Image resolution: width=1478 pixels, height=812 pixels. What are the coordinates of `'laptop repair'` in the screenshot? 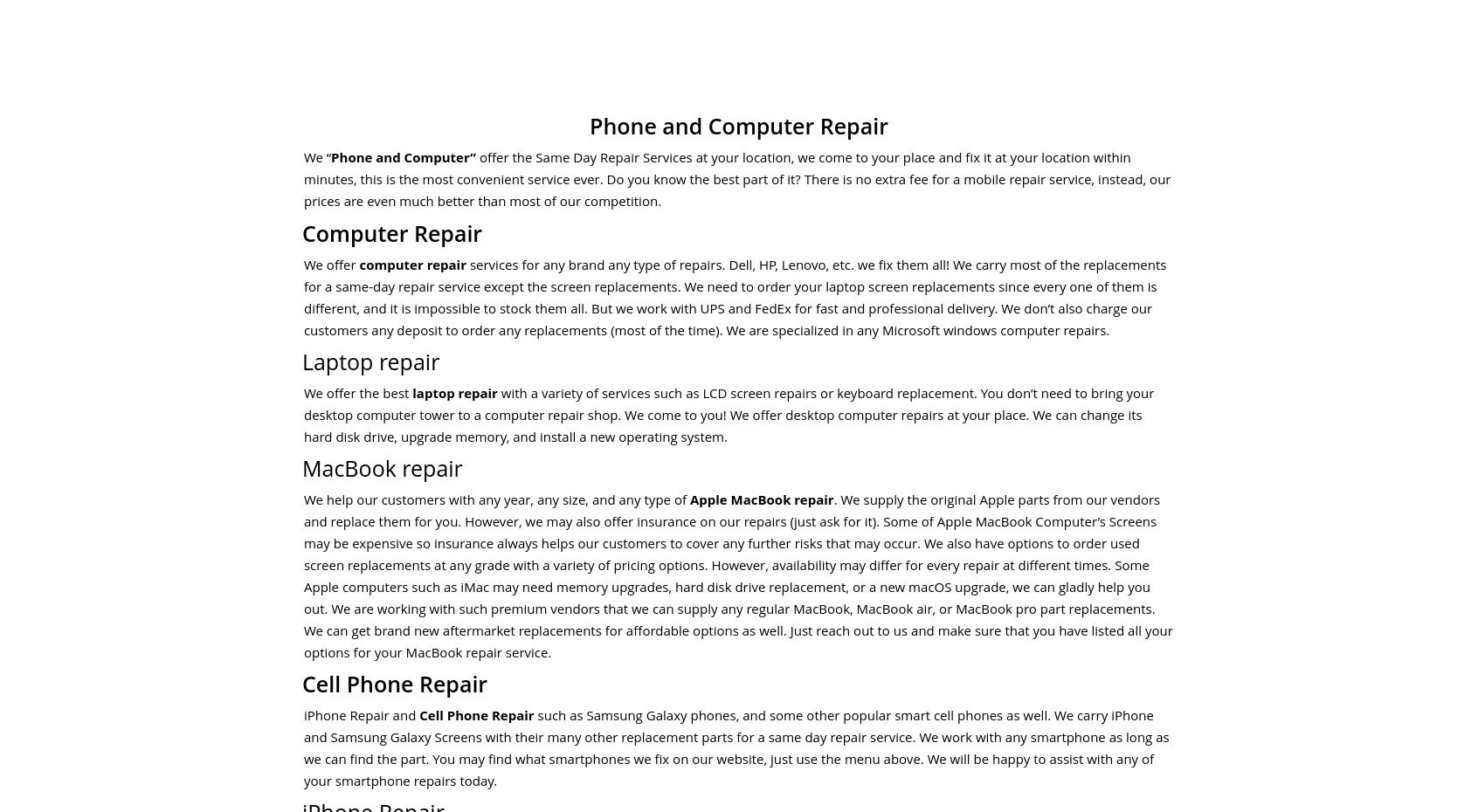 It's located at (454, 392).